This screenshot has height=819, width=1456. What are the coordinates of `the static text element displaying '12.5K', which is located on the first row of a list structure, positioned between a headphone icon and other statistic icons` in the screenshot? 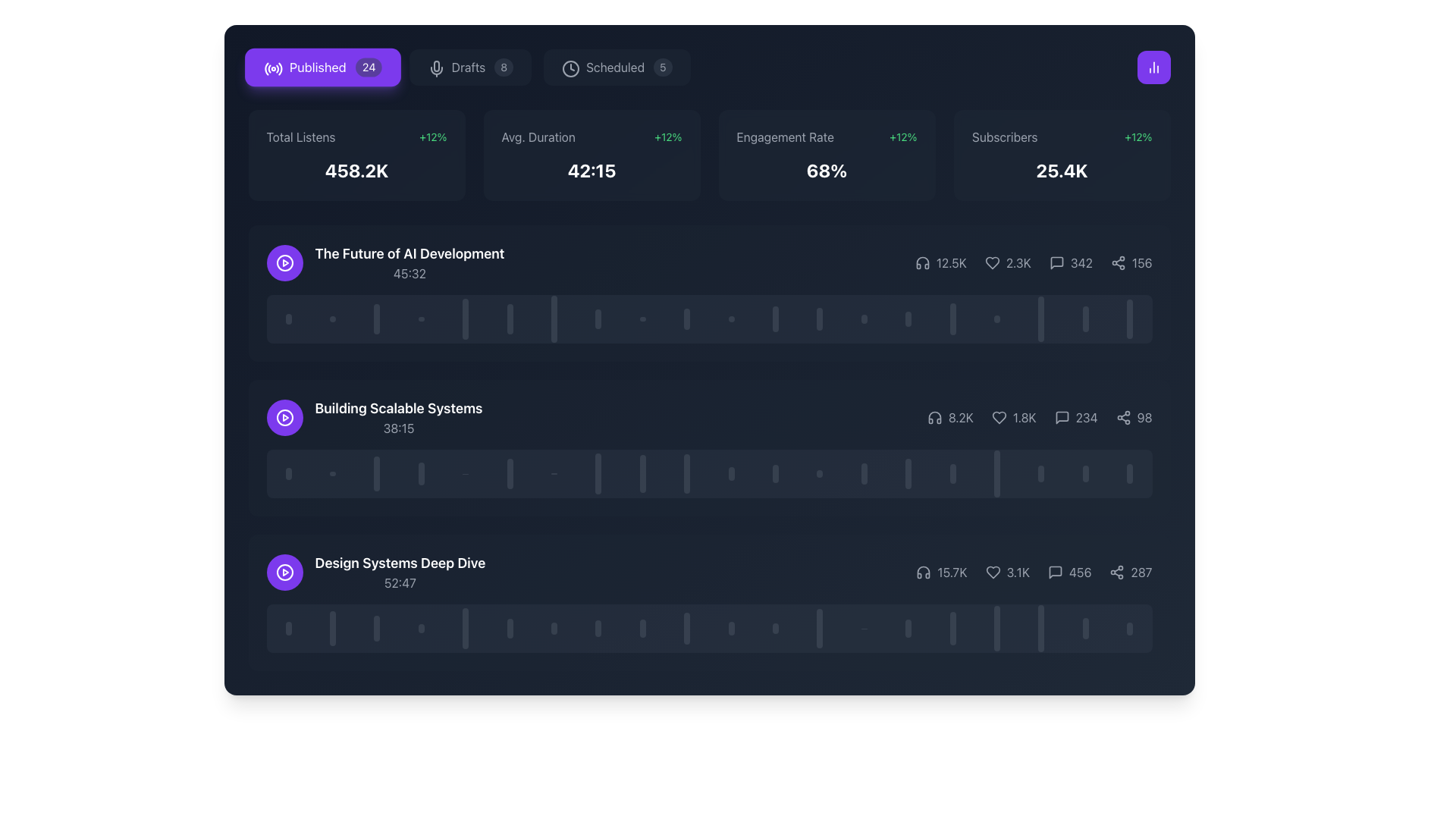 It's located at (950, 262).